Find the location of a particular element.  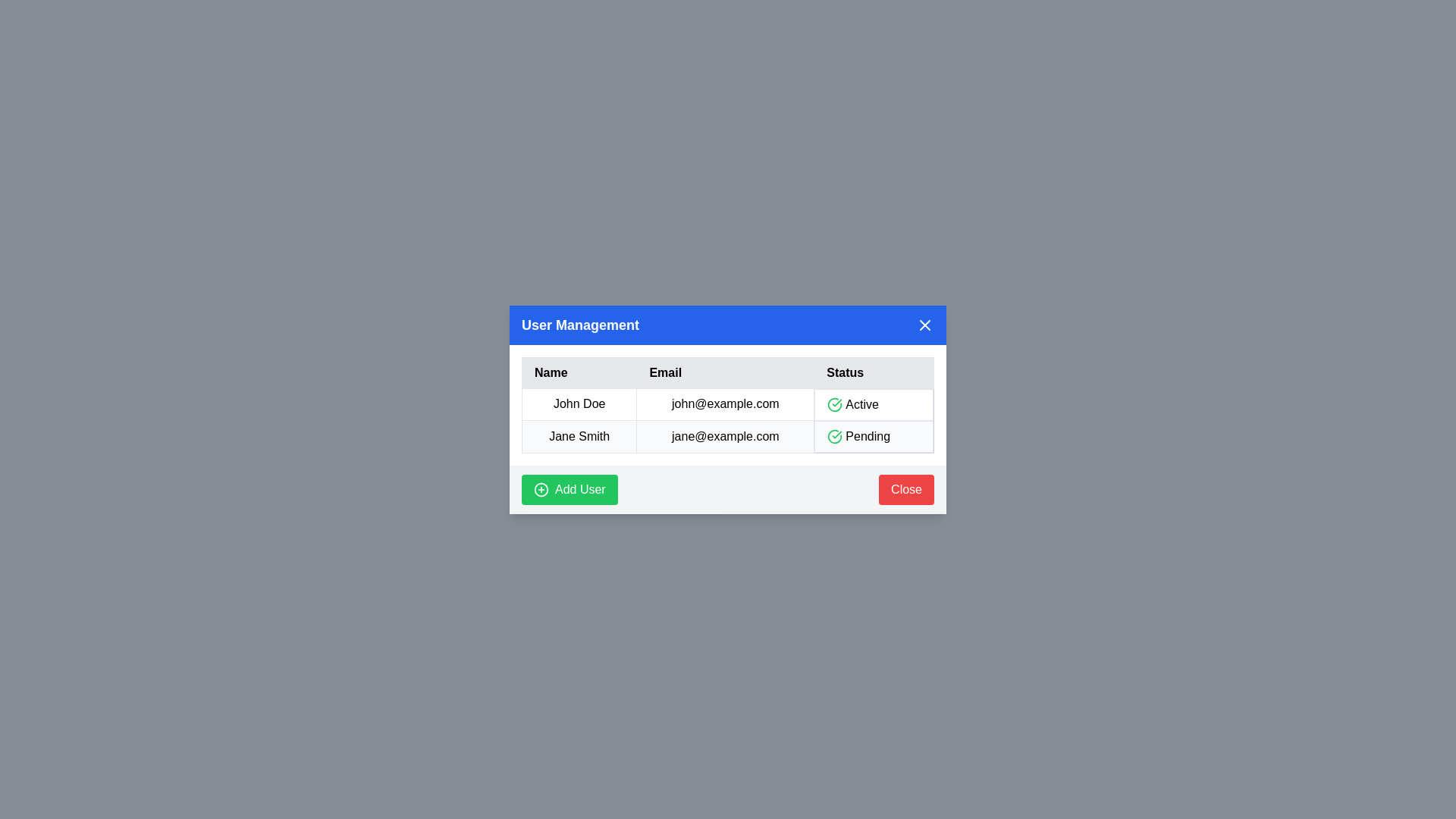

the table row corresponding to John Doe to view their details is located at coordinates (579, 403).